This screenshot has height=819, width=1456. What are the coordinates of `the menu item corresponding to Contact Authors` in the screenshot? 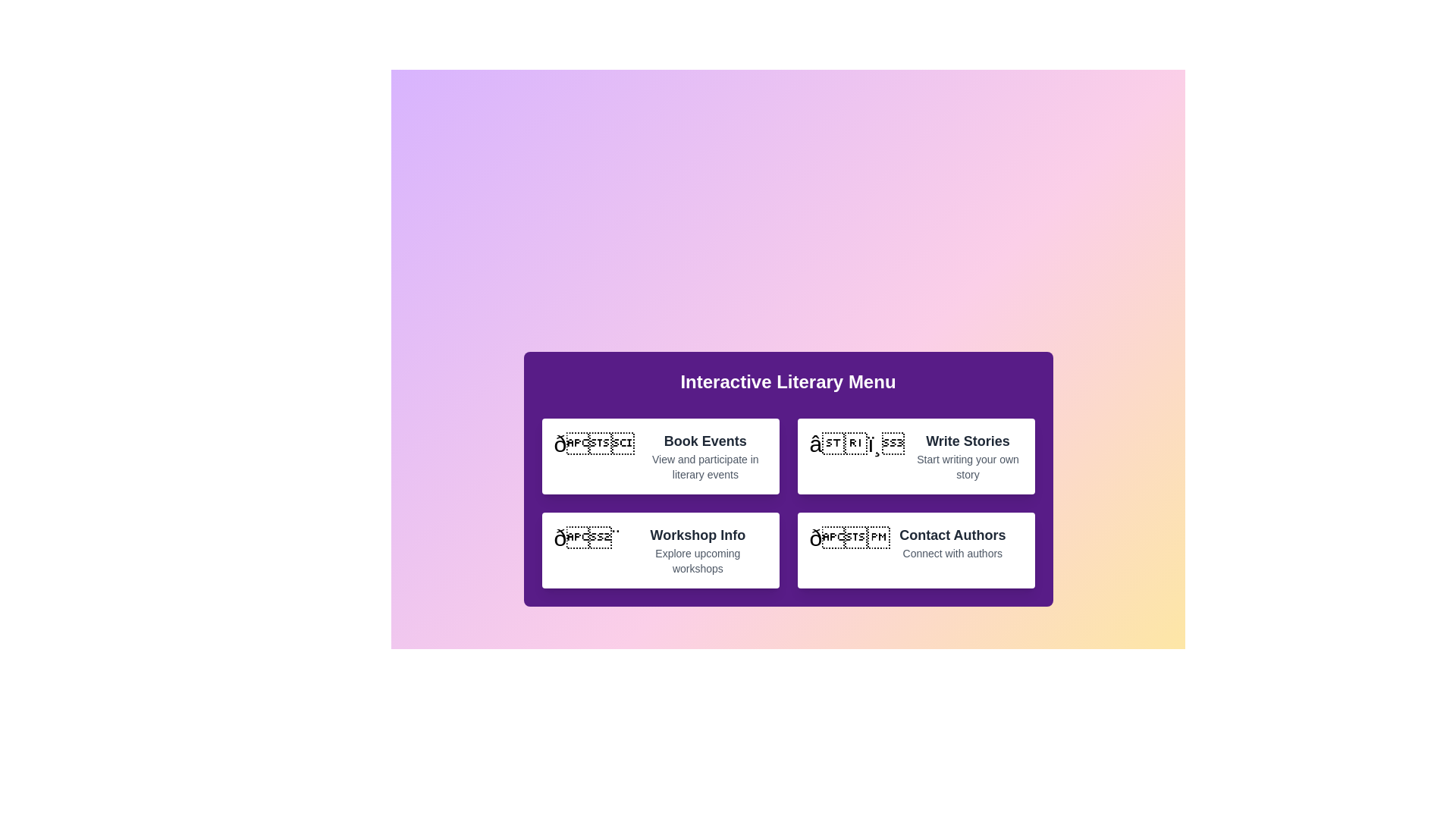 It's located at (915, 550).